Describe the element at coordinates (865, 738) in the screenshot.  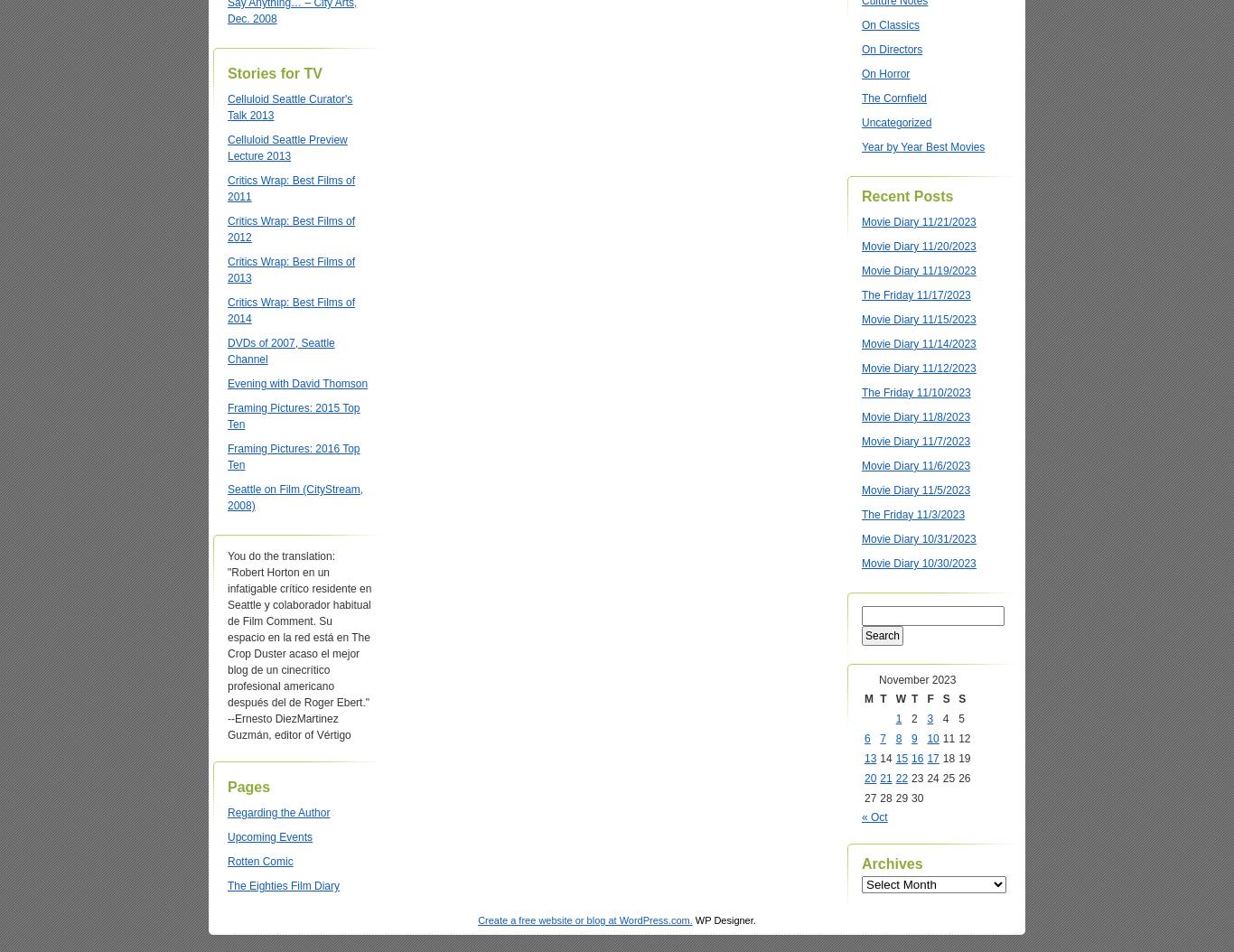
I see `'6'` at that location.